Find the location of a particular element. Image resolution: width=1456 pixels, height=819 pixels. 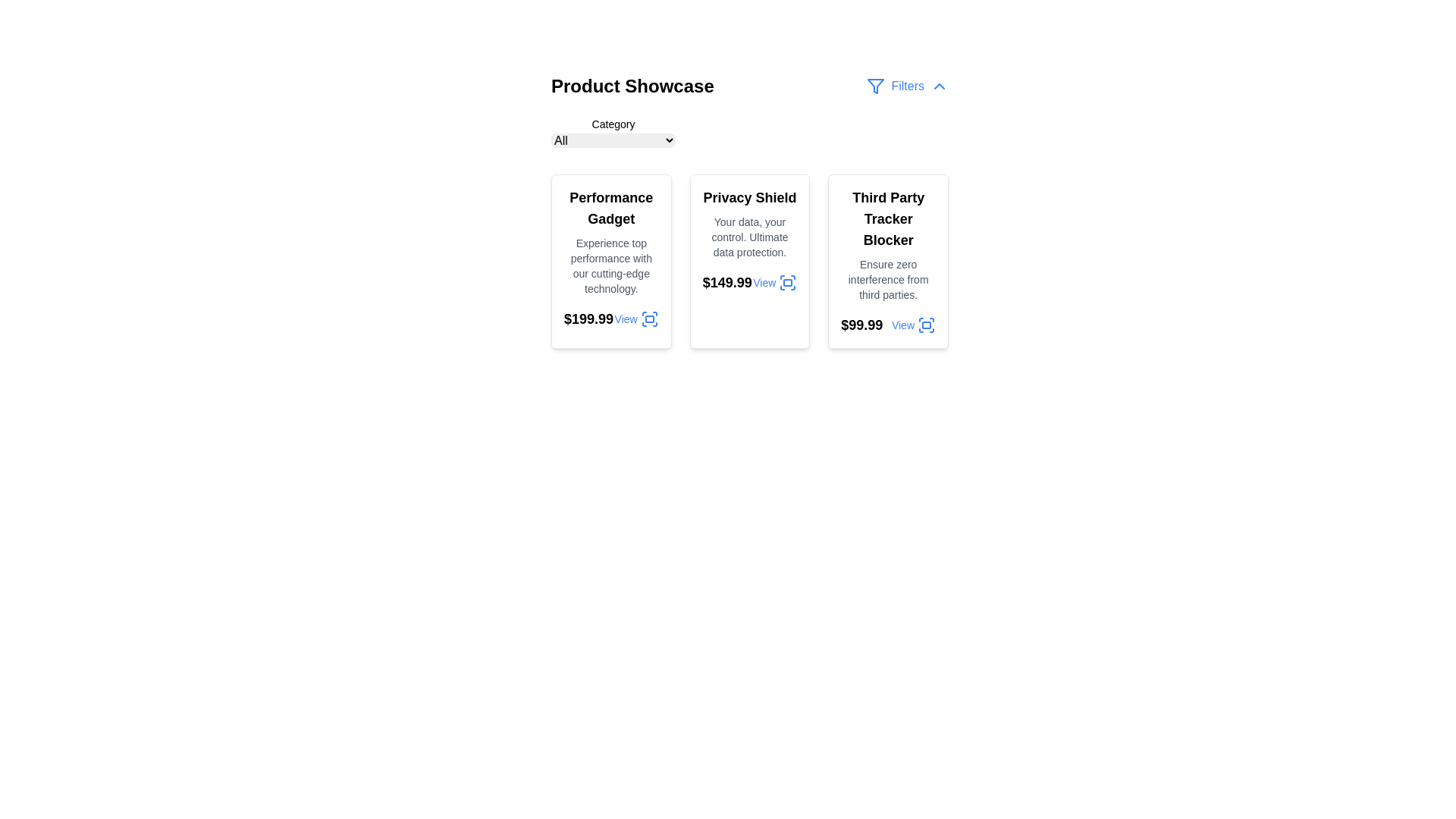

the Price label element displaying '$199.99' located in the bottom-left section of the first card under the 'Product Showcase' heading is located at coordinates (588, 318).